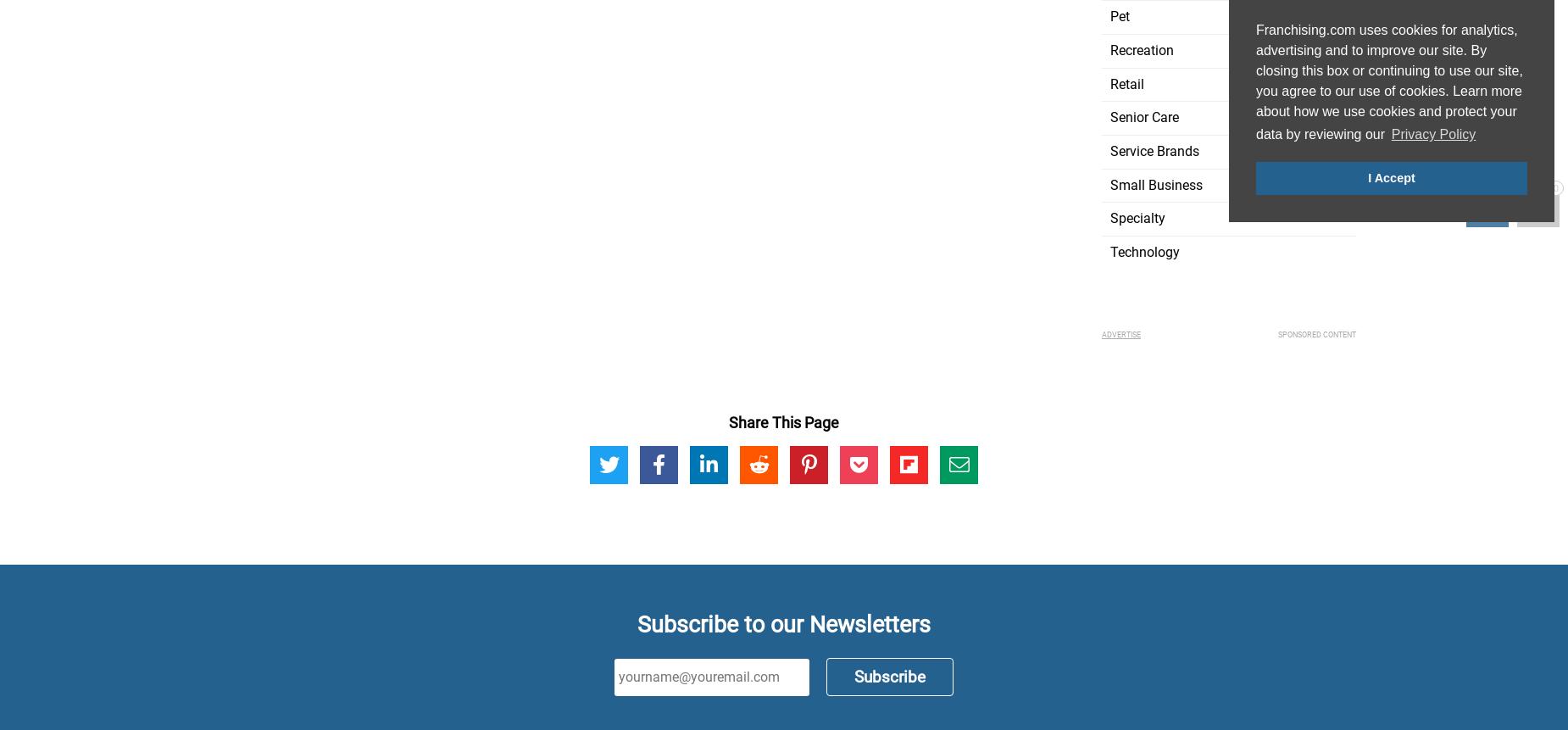 This screenshot has width=1568, height=730. What do you see at coordinates (784, 622) in the screenshot?
I see `'Subscribe to our Newsletters'` at bounding box center [784, 622].